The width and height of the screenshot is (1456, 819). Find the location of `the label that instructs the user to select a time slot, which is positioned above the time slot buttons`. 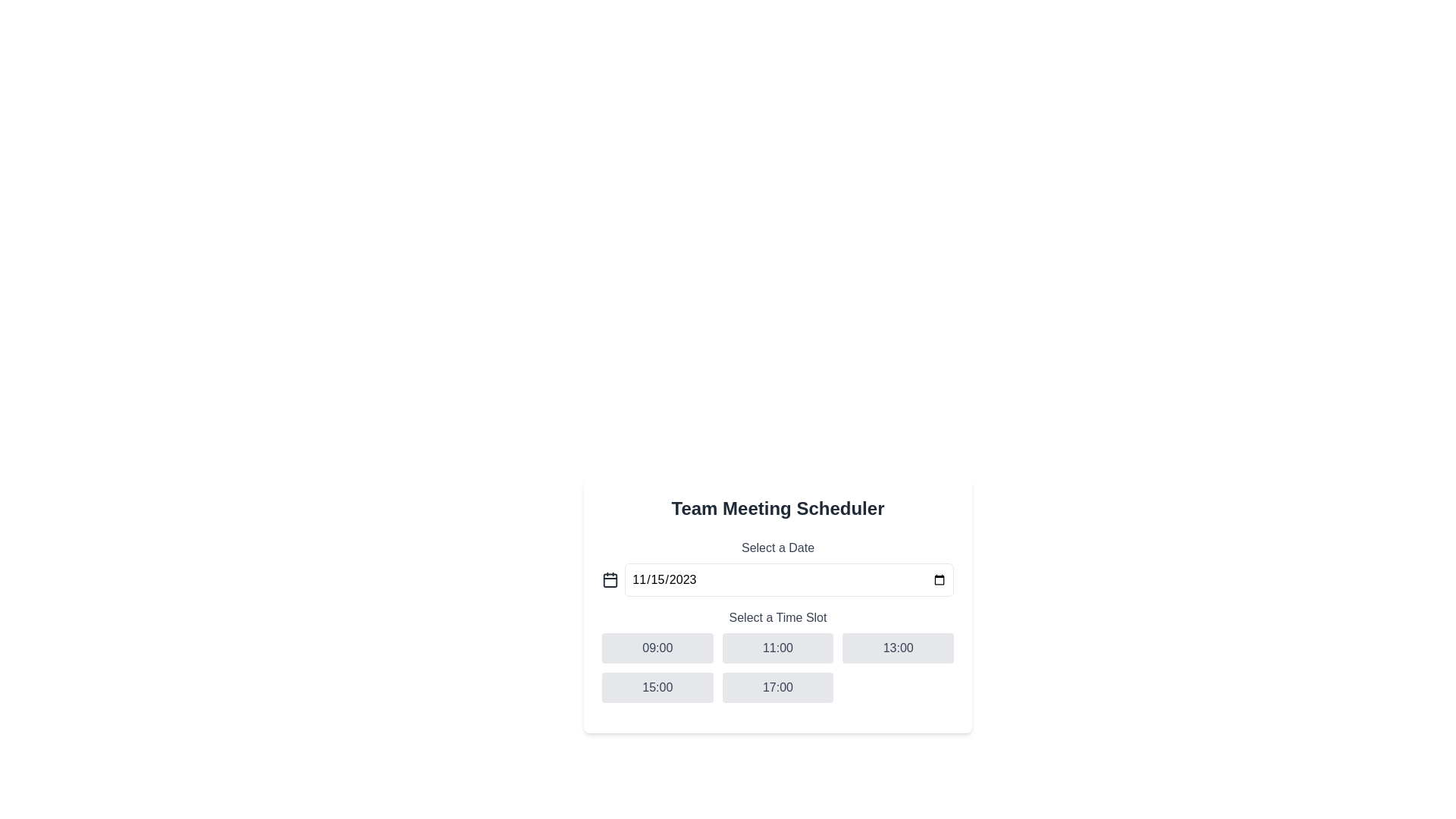

the label that instructs the user to select a time slot, which is positioned above the time slot buttons is located at coordinates (778, 617).